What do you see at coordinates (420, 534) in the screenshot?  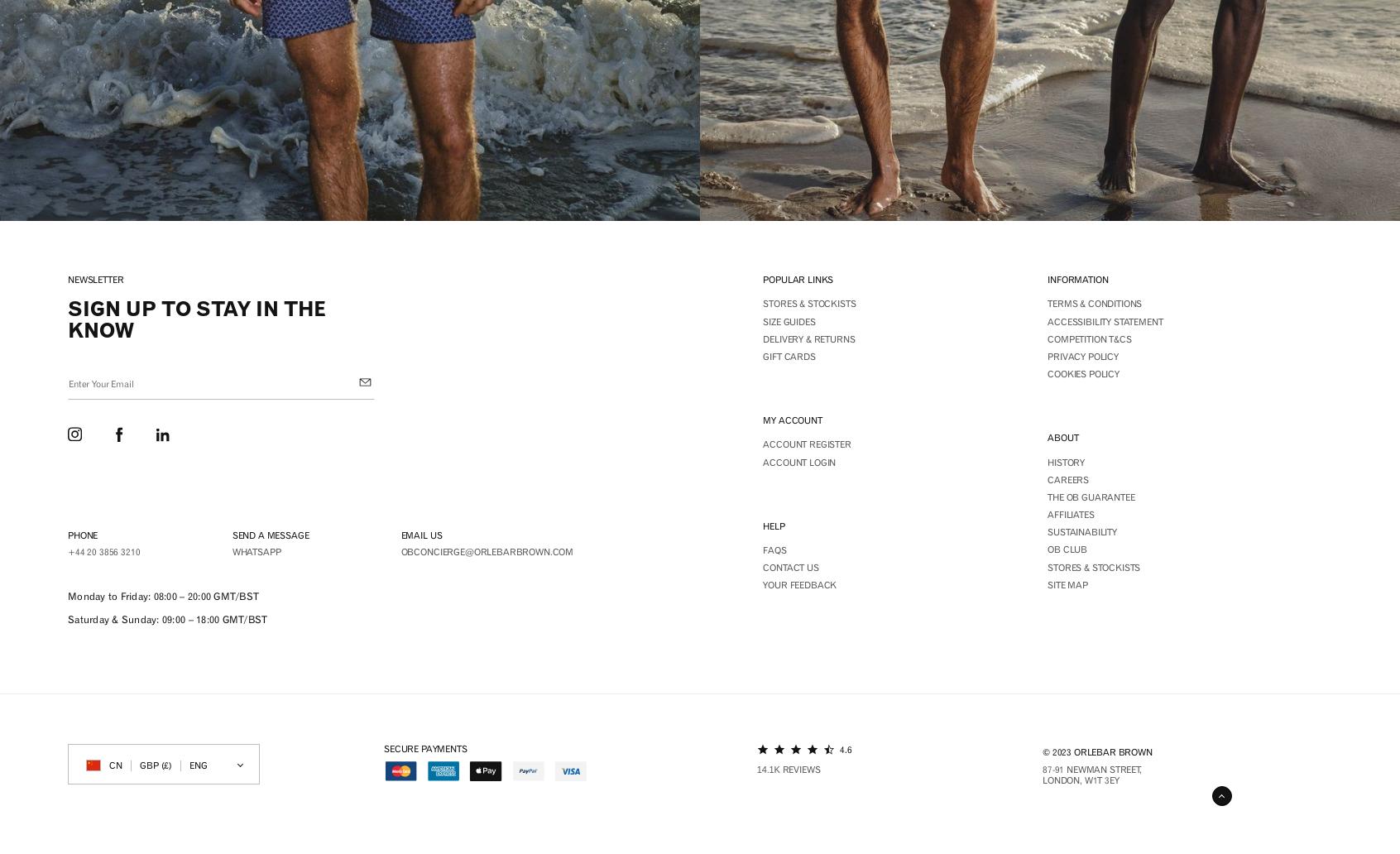 I see `'Email us'` at bounding box center [420, 534].